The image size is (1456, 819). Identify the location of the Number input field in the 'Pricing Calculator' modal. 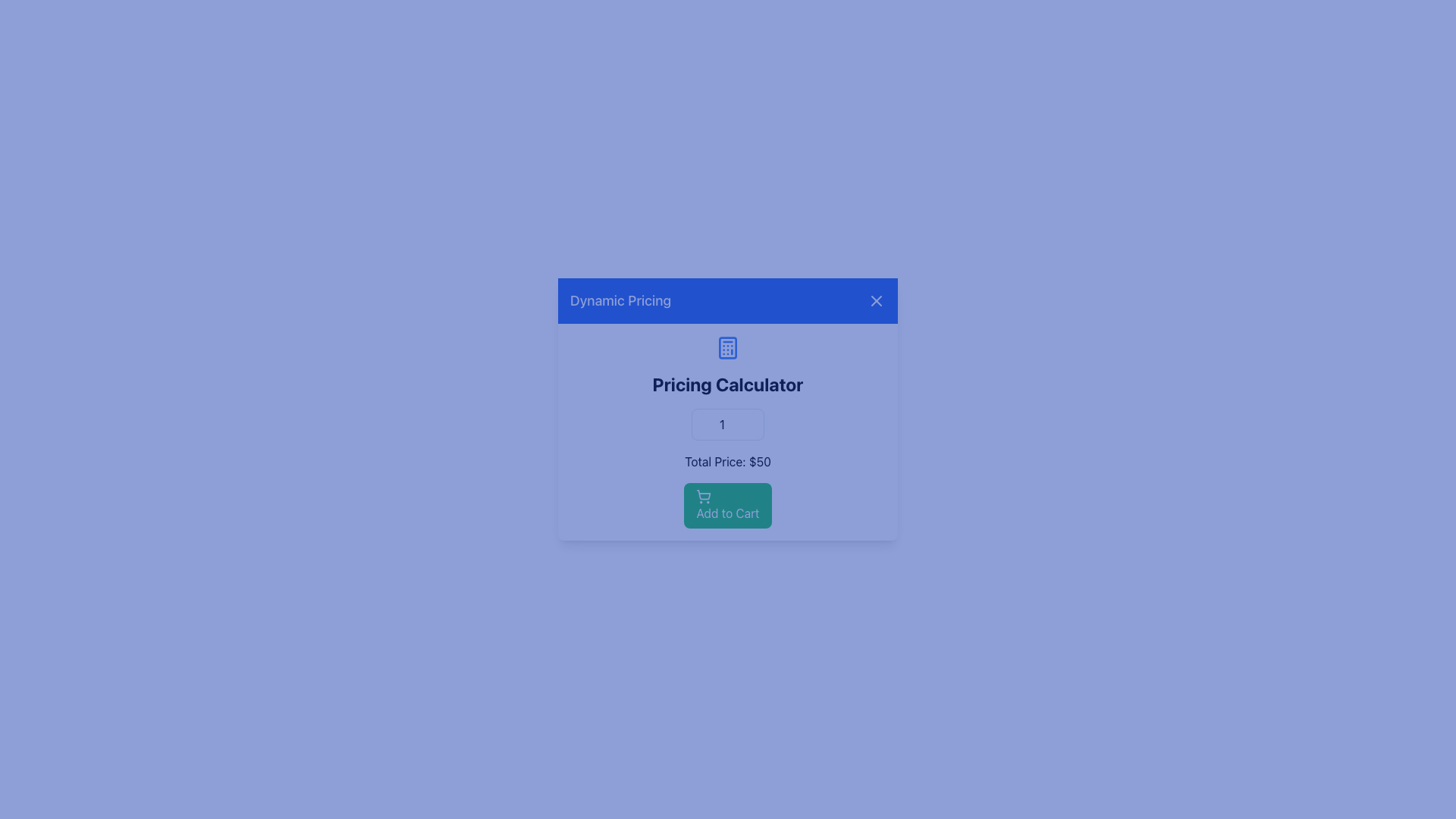
(728, 424).